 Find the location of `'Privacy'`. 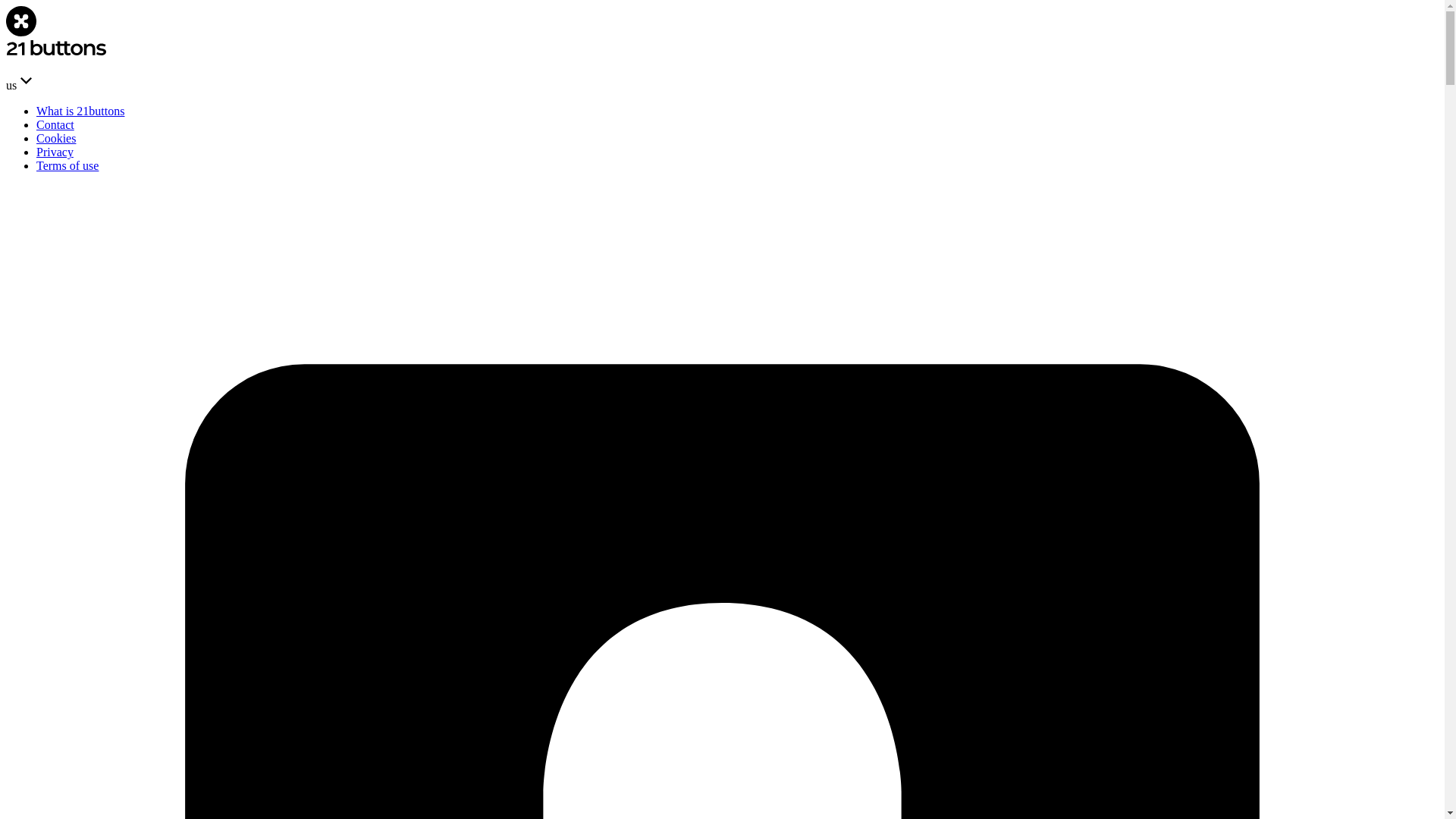

'Privacy' is located at coordinates (55, 152).